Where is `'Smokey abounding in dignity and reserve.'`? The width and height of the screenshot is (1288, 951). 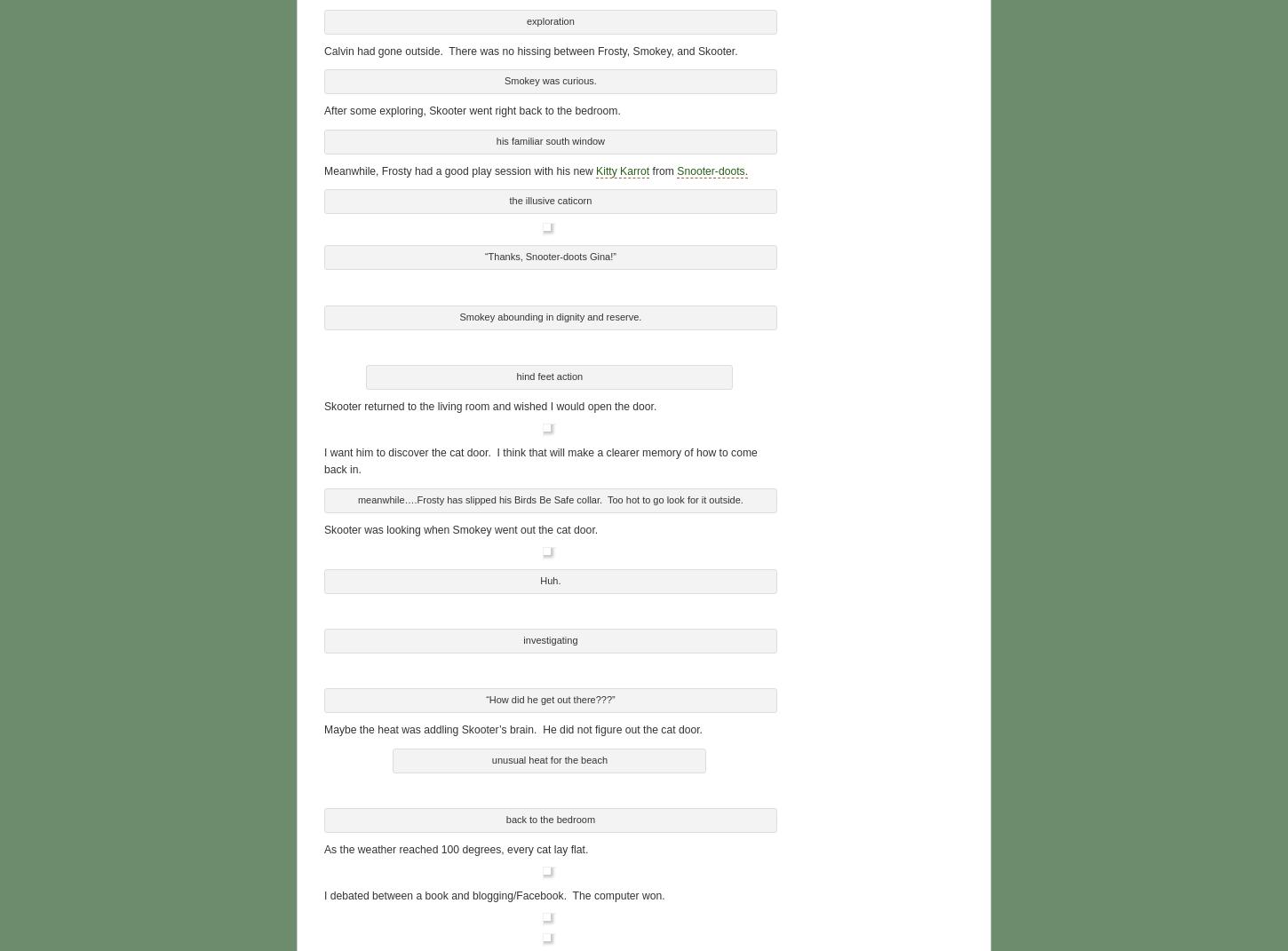 'Smokey abounding in dignity and reserve.' is located at coordinates (459, 313).